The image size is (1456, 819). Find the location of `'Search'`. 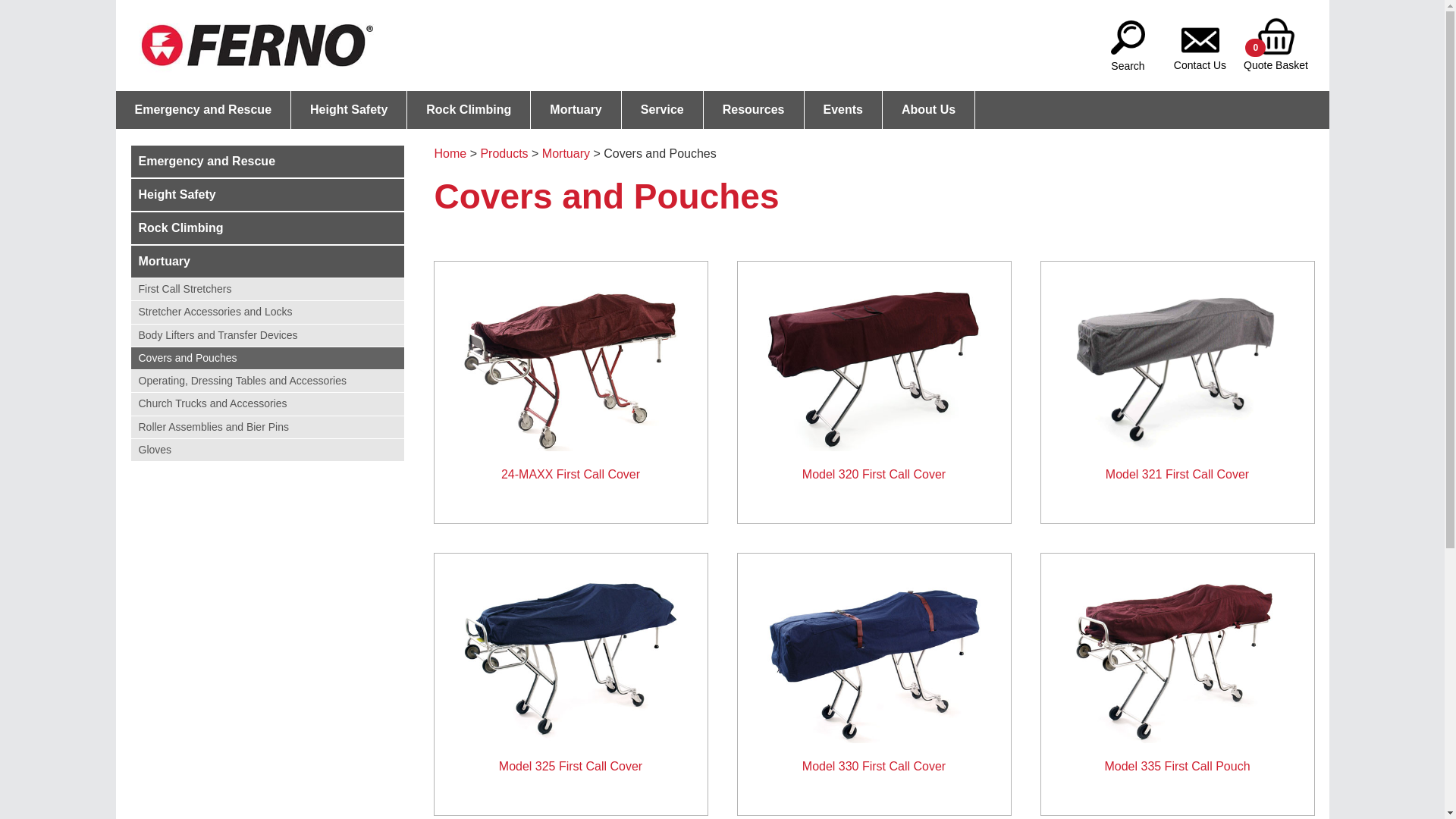

'Search' is located at coordinates (1128, 34).